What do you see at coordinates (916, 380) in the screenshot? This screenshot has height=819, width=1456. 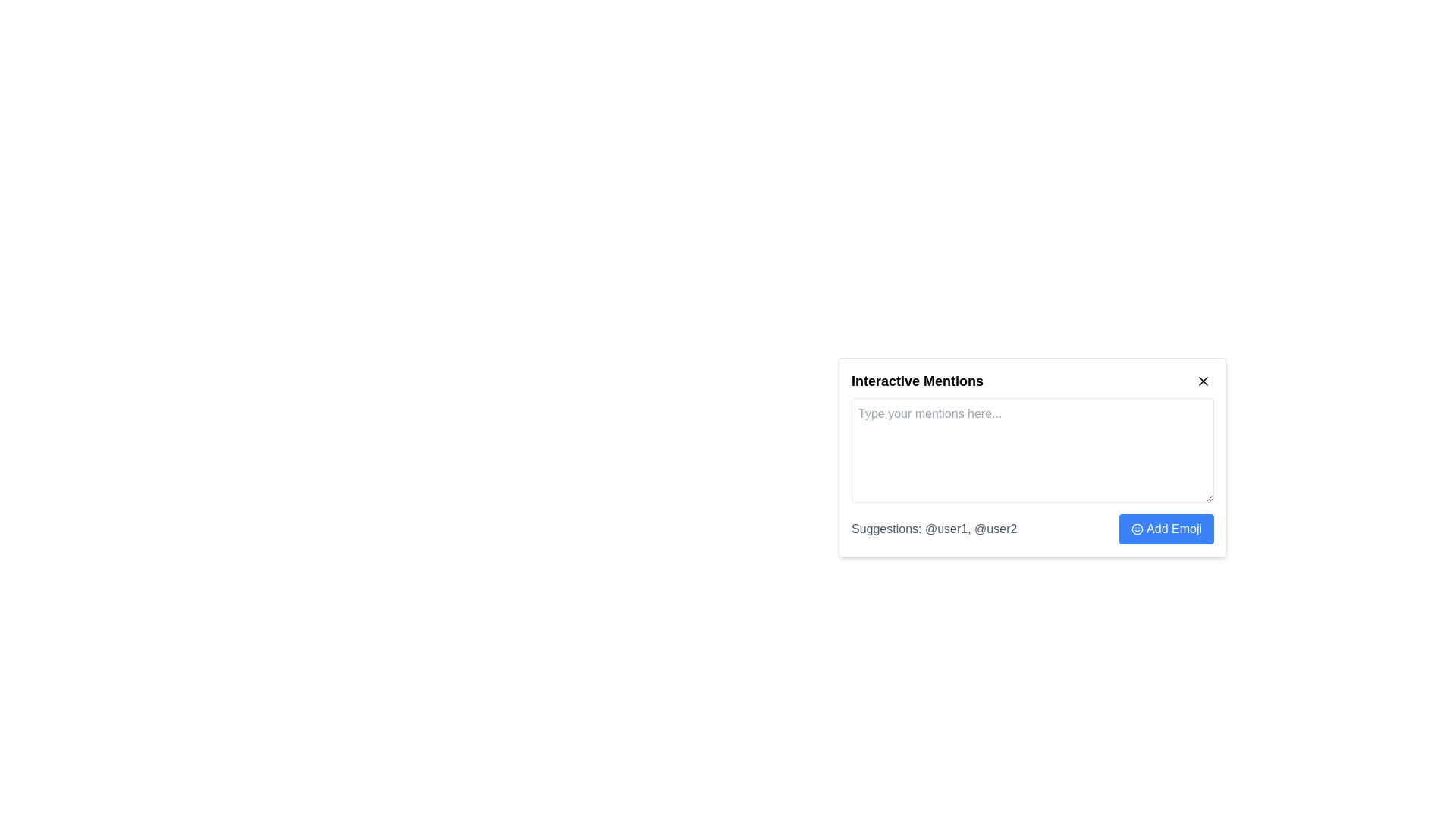 I see `the descriptive title text element located at the top-left corner of the popup card, which introduces the context of the content below` at bounding box center [916, 380].